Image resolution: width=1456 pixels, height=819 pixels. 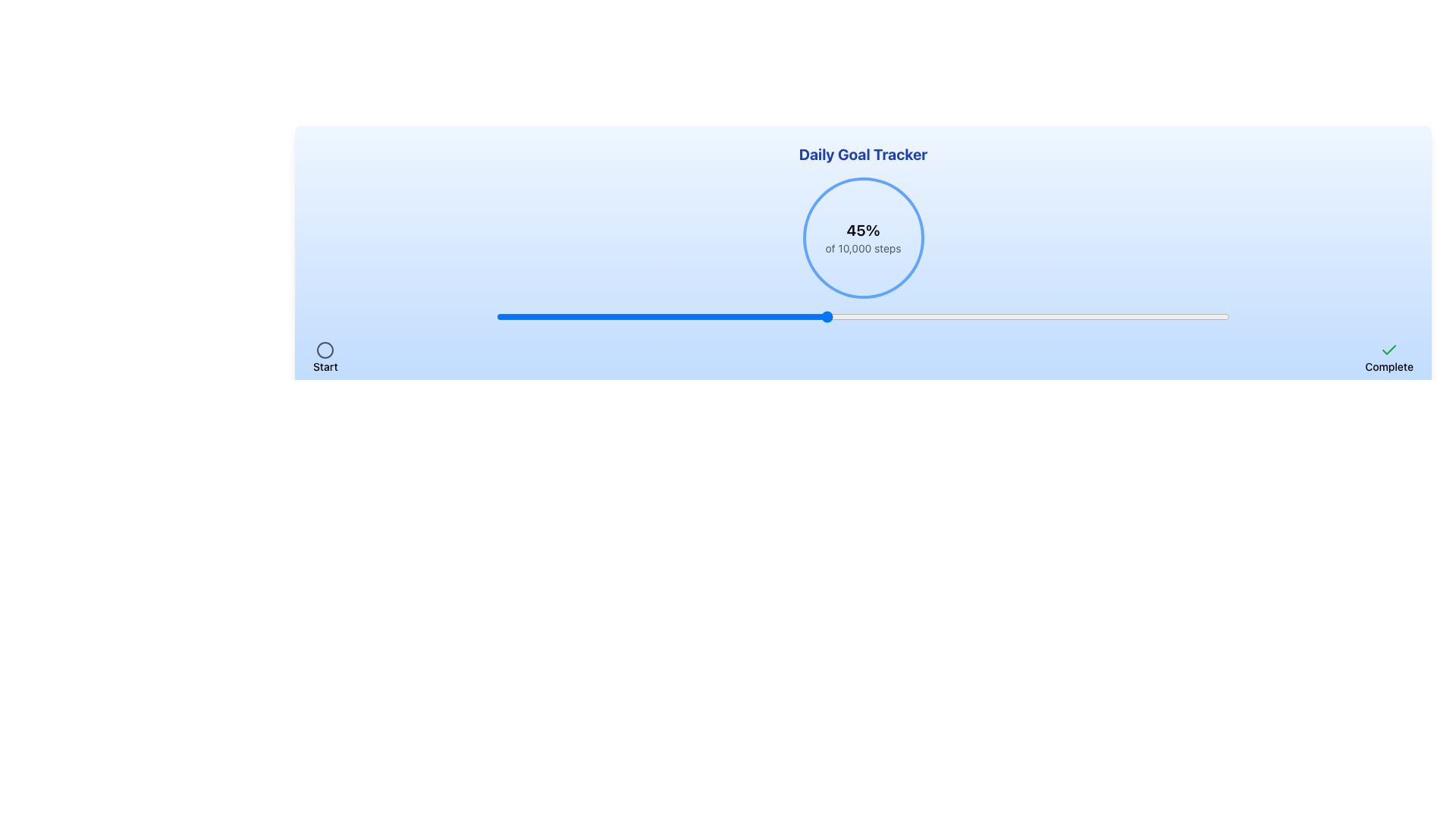 What do you see at coordinates (325, 350) in the screenshot?
I see `the circular SVG graphic element located near the label 'Start', which has a simplistic design and is centered within a 24x24 viewport` at bounding box center [325, 350].